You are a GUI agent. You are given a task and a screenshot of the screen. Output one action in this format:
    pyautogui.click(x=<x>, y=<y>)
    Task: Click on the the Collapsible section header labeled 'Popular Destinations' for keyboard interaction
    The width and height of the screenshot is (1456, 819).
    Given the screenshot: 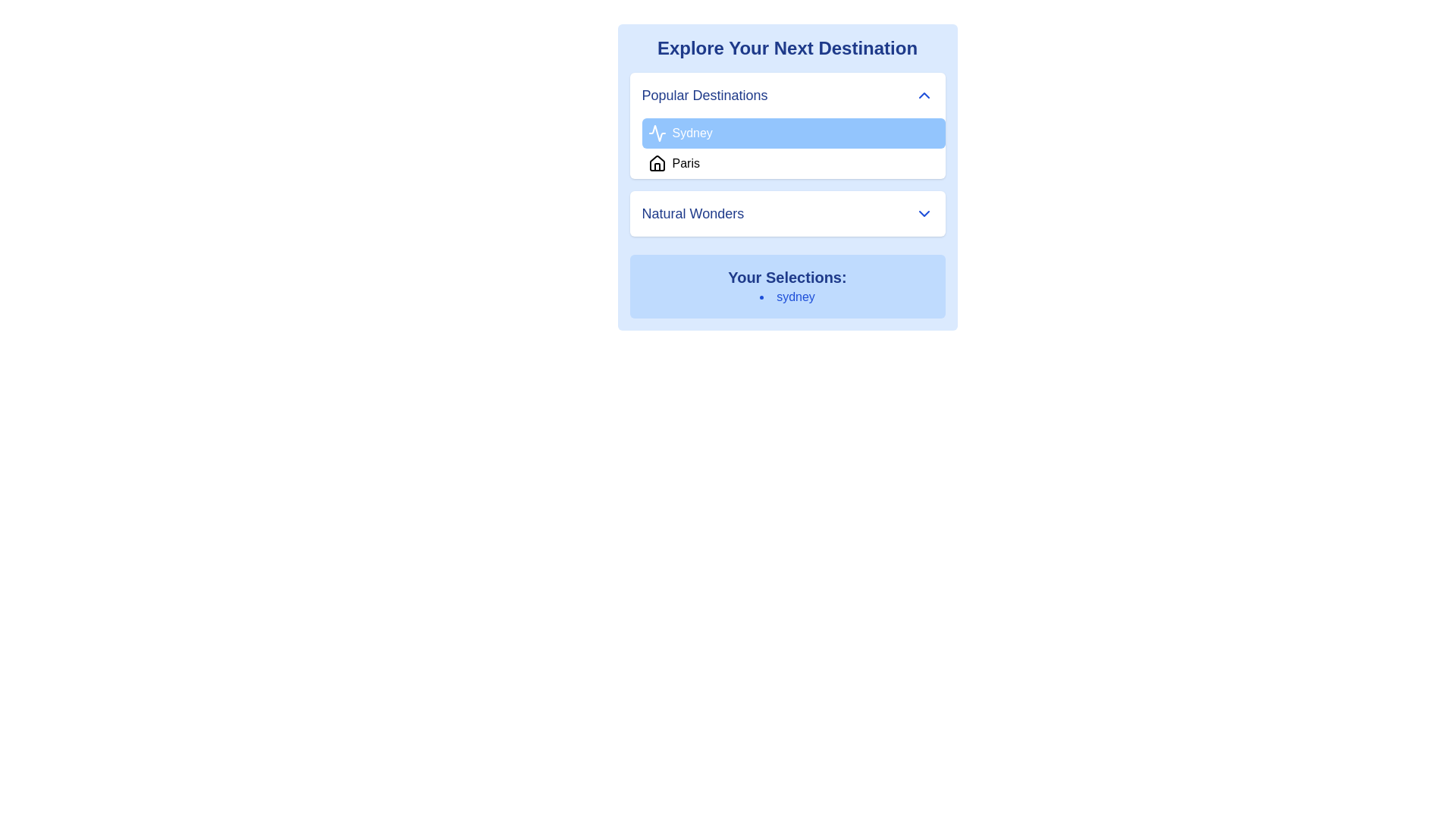 What is the action you would take?
    pyautogui.click(x=787, y=96)
    